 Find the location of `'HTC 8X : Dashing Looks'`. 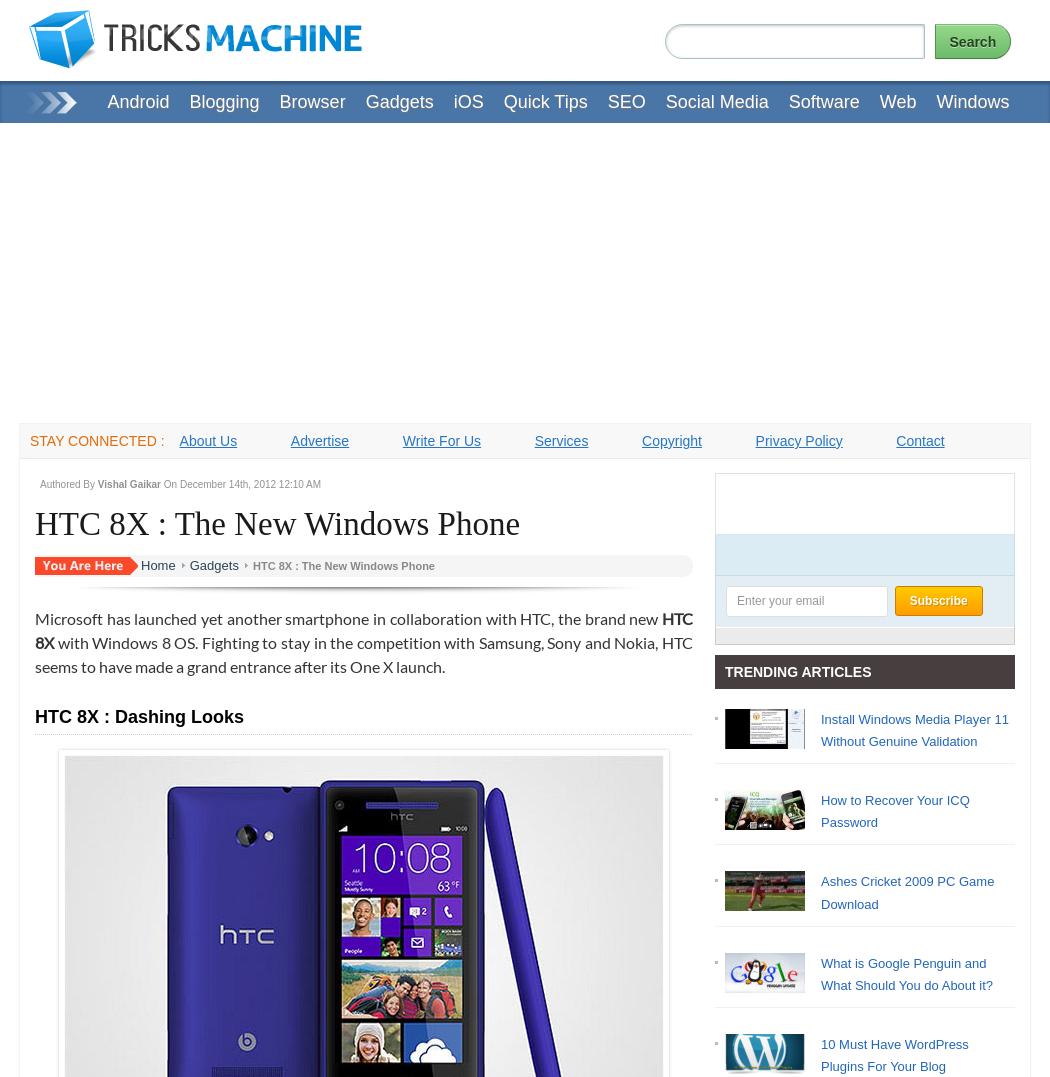

'HTC 8X : Dashing Looks' is located at coordinates (138, 715).